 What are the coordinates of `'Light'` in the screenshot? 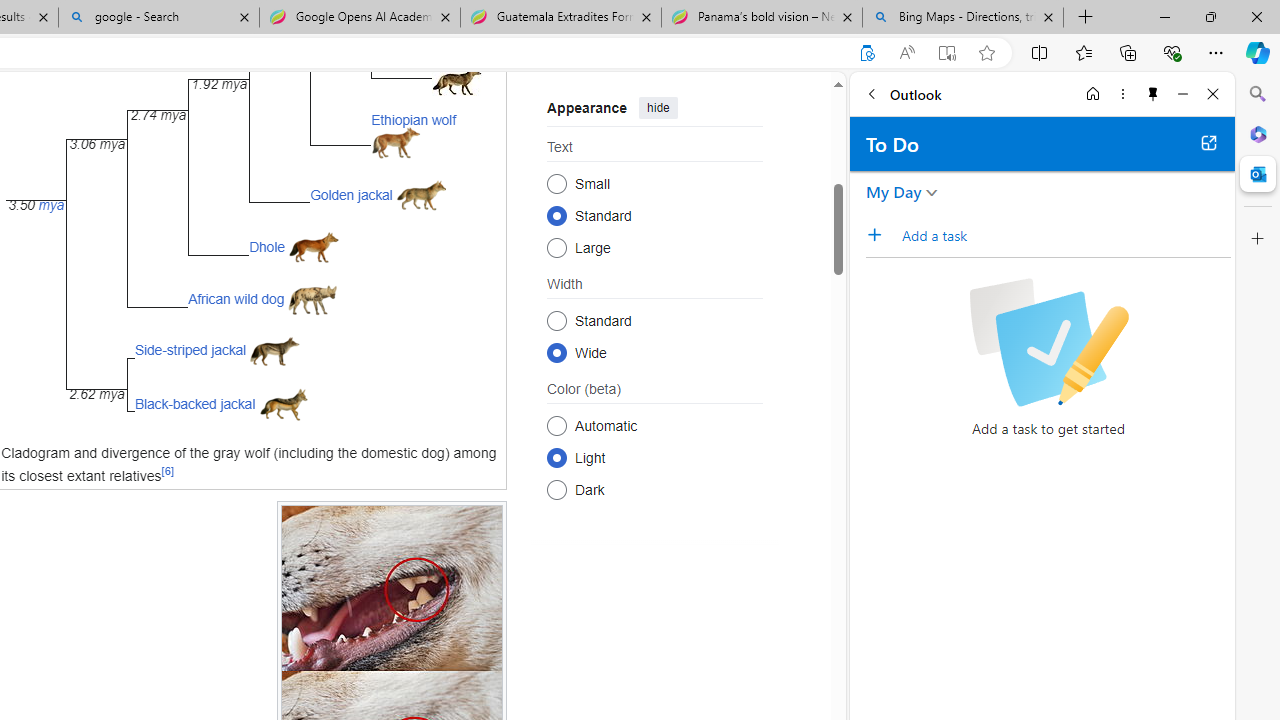 It's located at (556, 457).